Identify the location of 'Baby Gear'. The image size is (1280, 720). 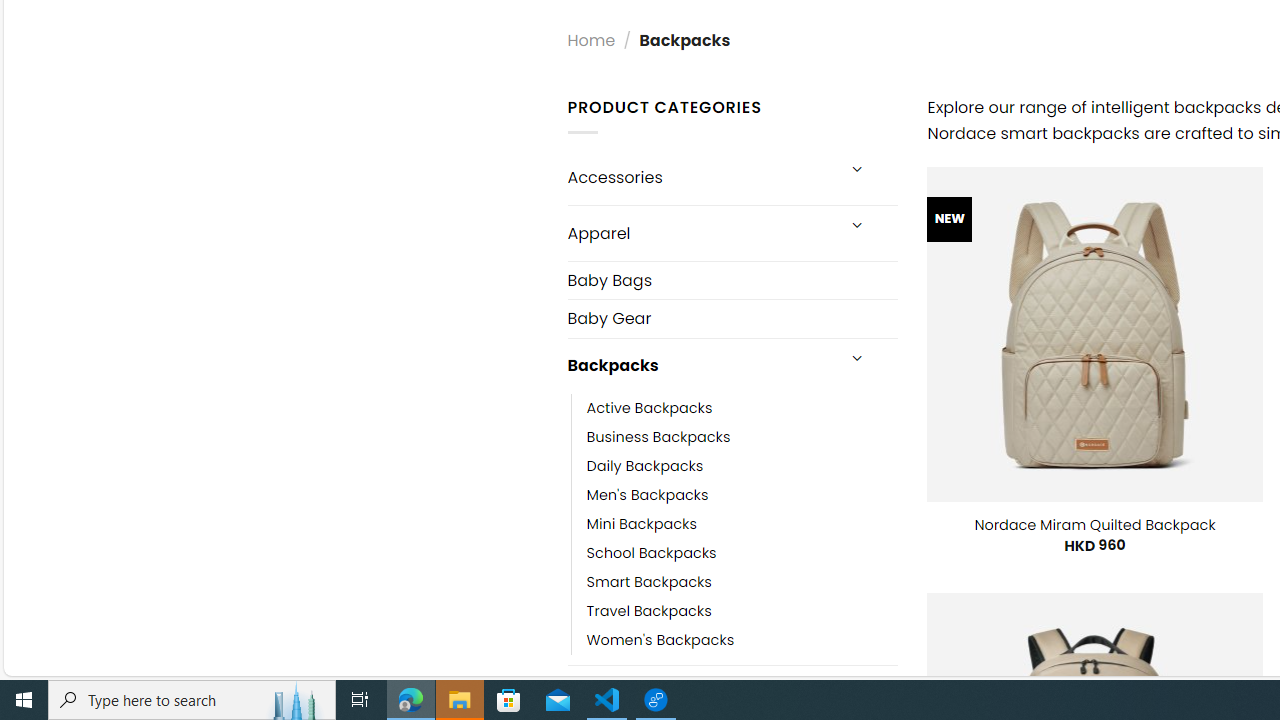
(731, 317).